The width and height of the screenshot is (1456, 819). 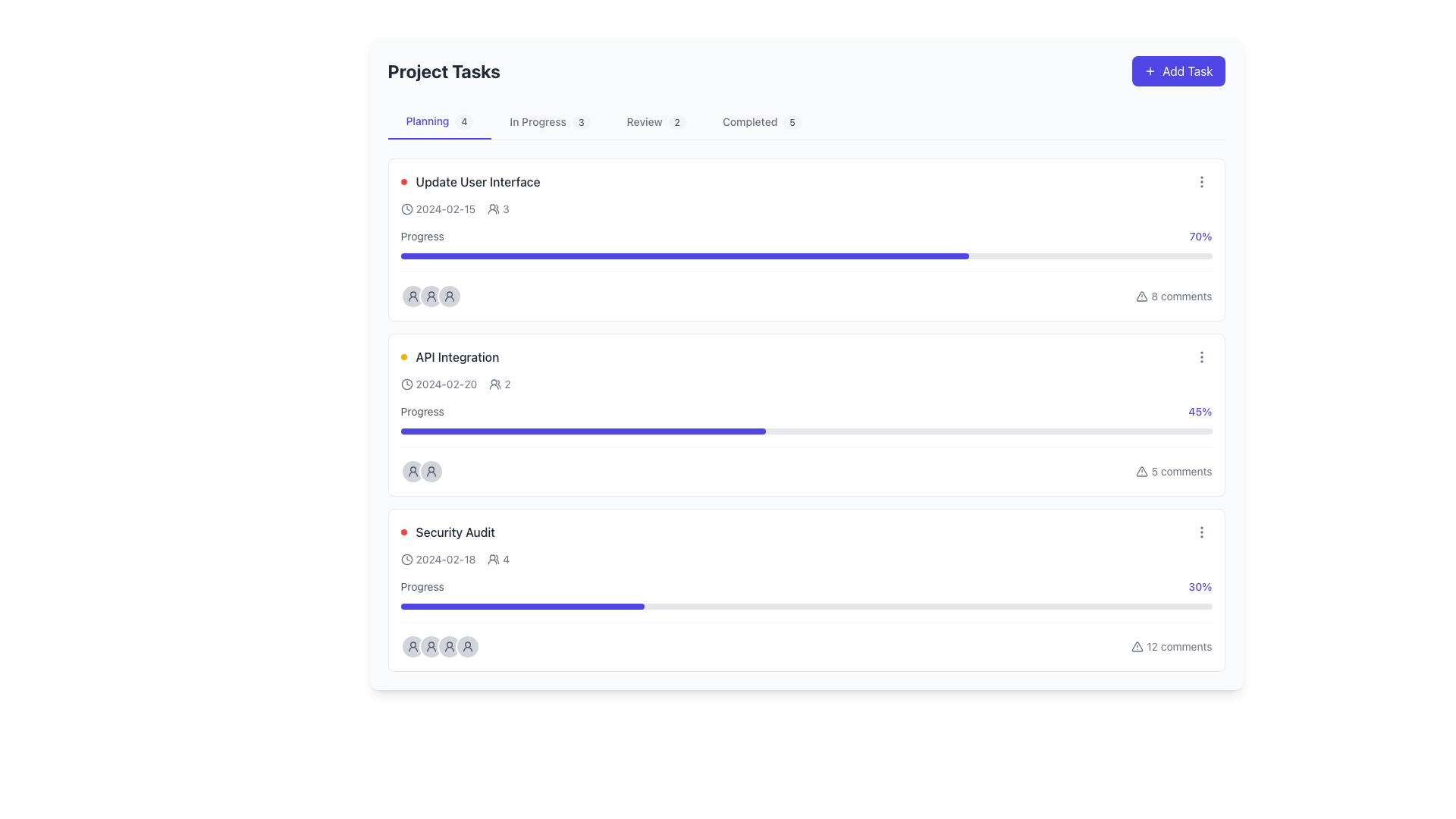 I want to click on the icon indicating the action related to adding a new task, which is positioned to the left of the 'Add Task' button in the top-right corner of the interface, so click(x=1150, y=71).